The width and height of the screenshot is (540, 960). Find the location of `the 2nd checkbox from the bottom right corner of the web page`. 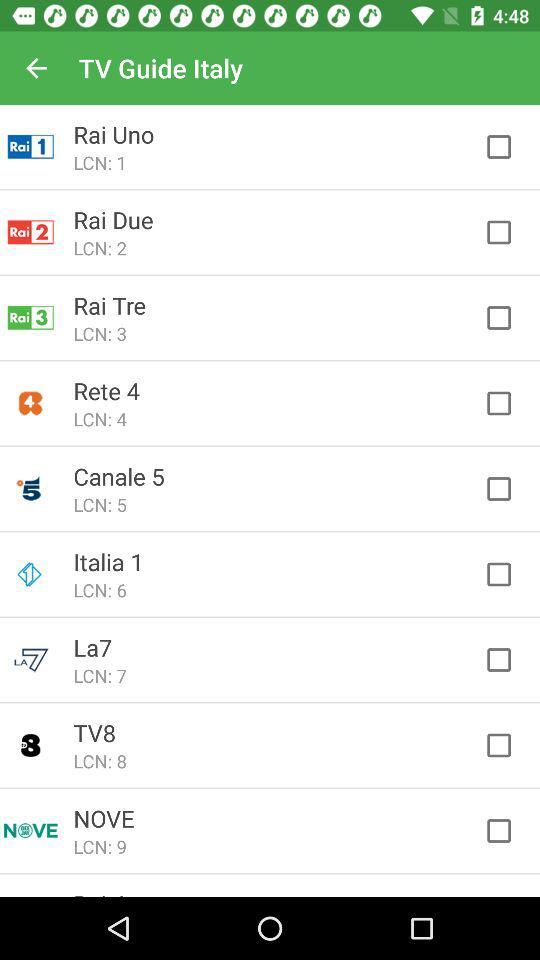

the 2nd checkbox from the bottom right corner of the web page is located at coordinates (509, 745).